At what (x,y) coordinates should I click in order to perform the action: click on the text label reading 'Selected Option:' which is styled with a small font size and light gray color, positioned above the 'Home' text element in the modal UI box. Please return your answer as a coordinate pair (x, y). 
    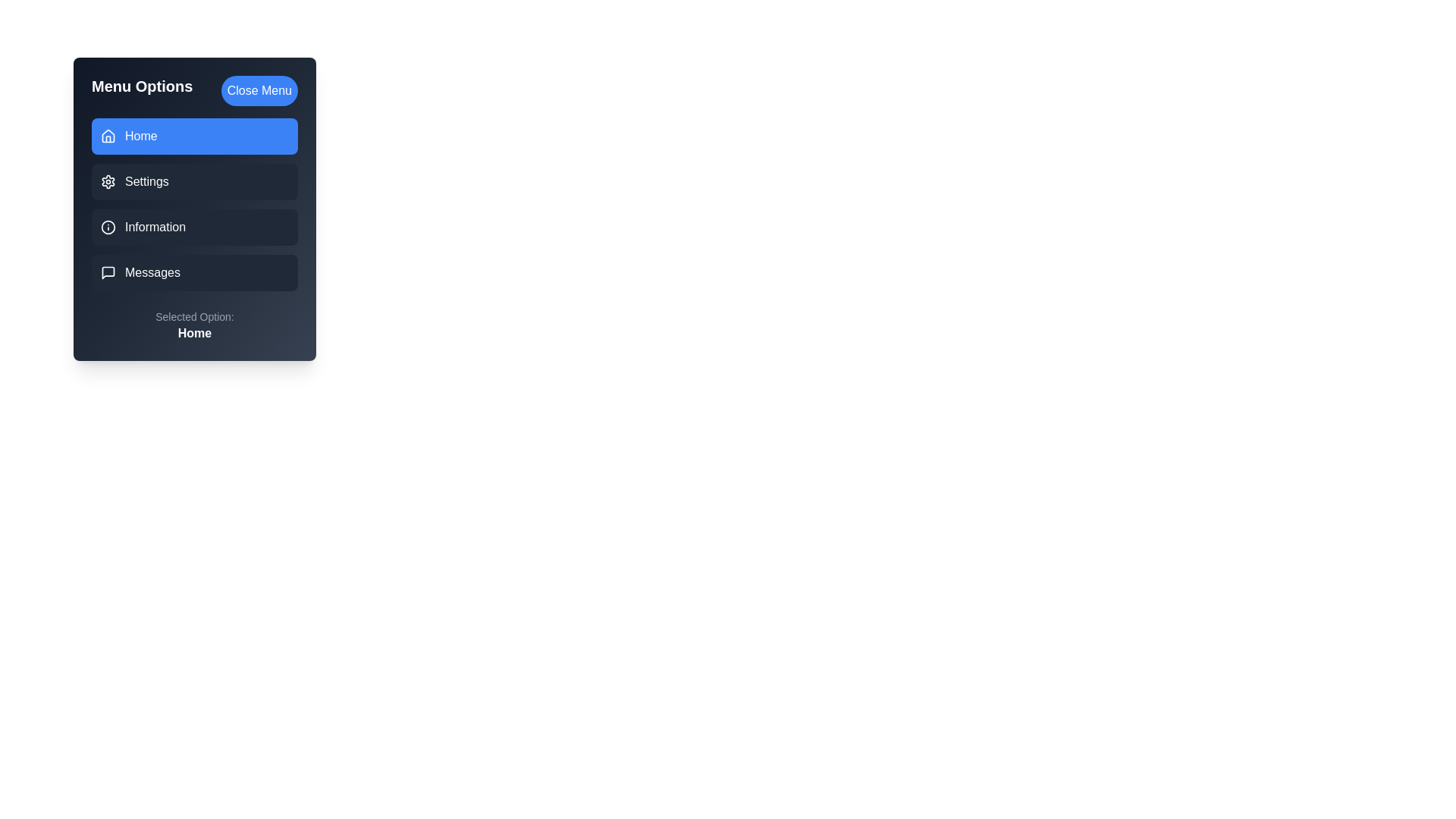
    Looking at the image, I should click on (193, 315).